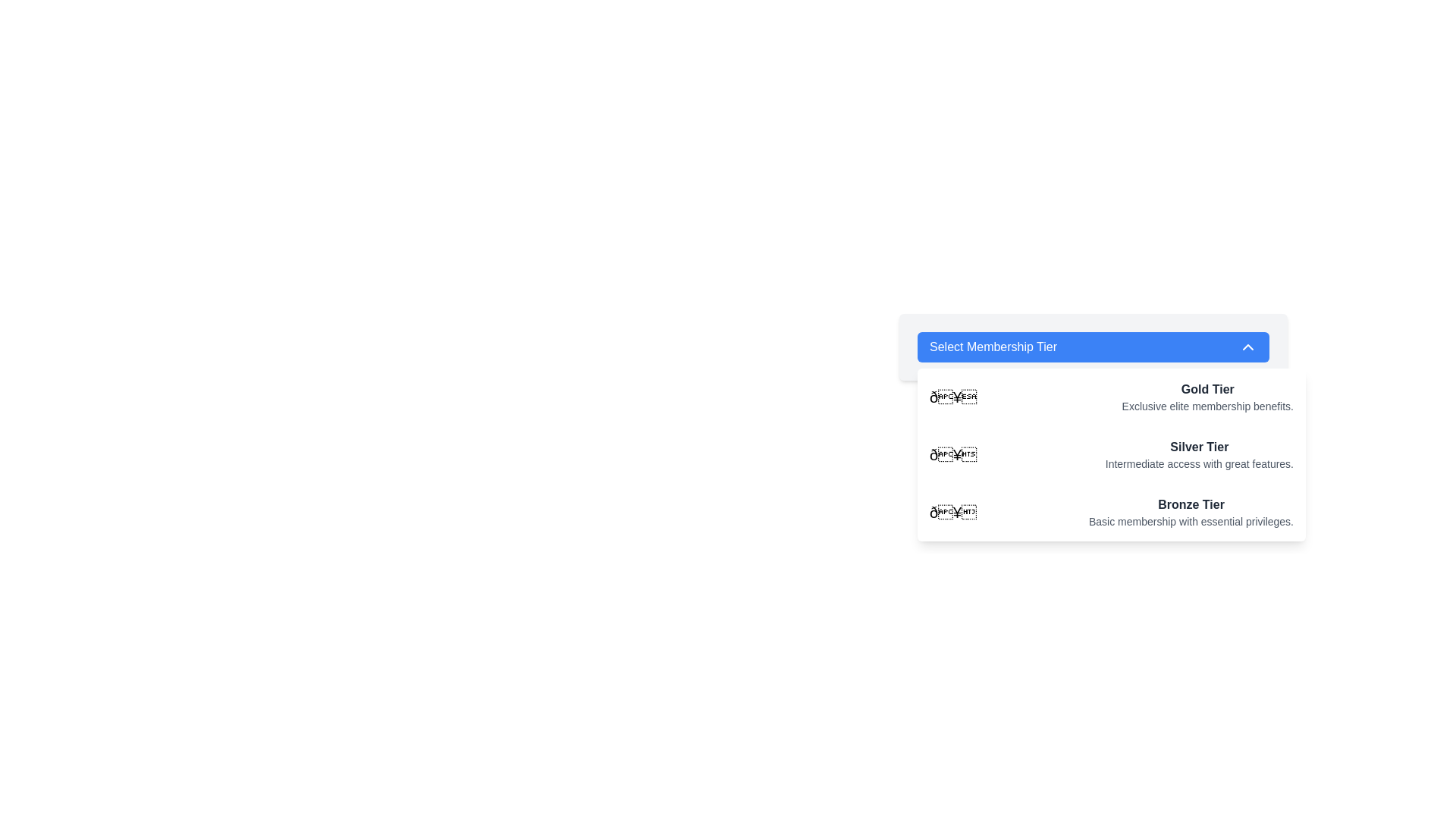 This screenshot has height=819, width=1456. What do you see at coordinates (1190, 505) in the screenshot?
I see `the 'Bronze Tier' text label, which is bold and dark, located in the 'Select Membership Tier' dropdown menu, just above the 'Basic membership with essential privileges' description` at bounding box center [1190, 505].